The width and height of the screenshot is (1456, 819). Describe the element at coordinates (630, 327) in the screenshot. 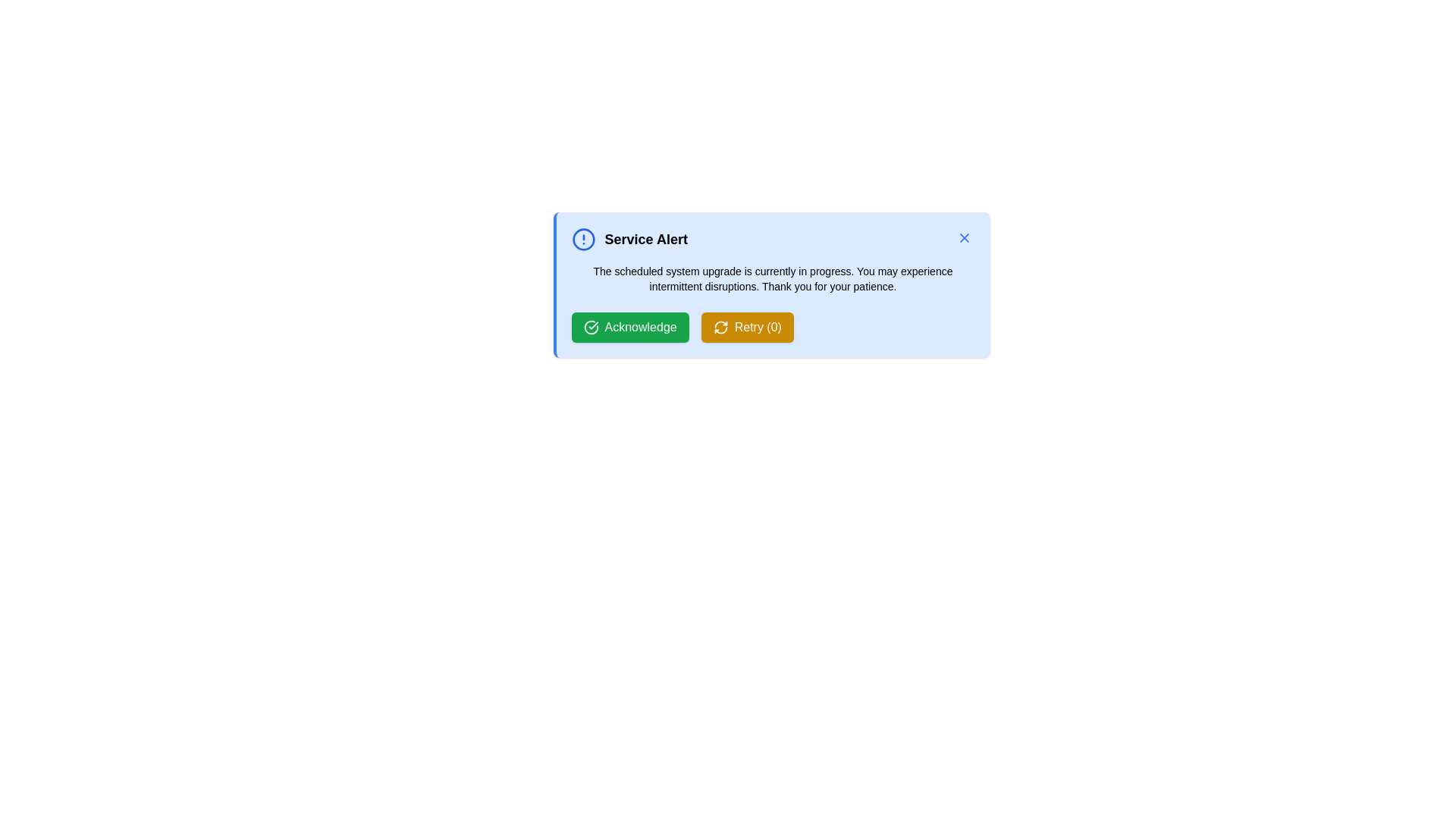

I see `the 'Acknowledge' button to acknowledge the alert` at that location.